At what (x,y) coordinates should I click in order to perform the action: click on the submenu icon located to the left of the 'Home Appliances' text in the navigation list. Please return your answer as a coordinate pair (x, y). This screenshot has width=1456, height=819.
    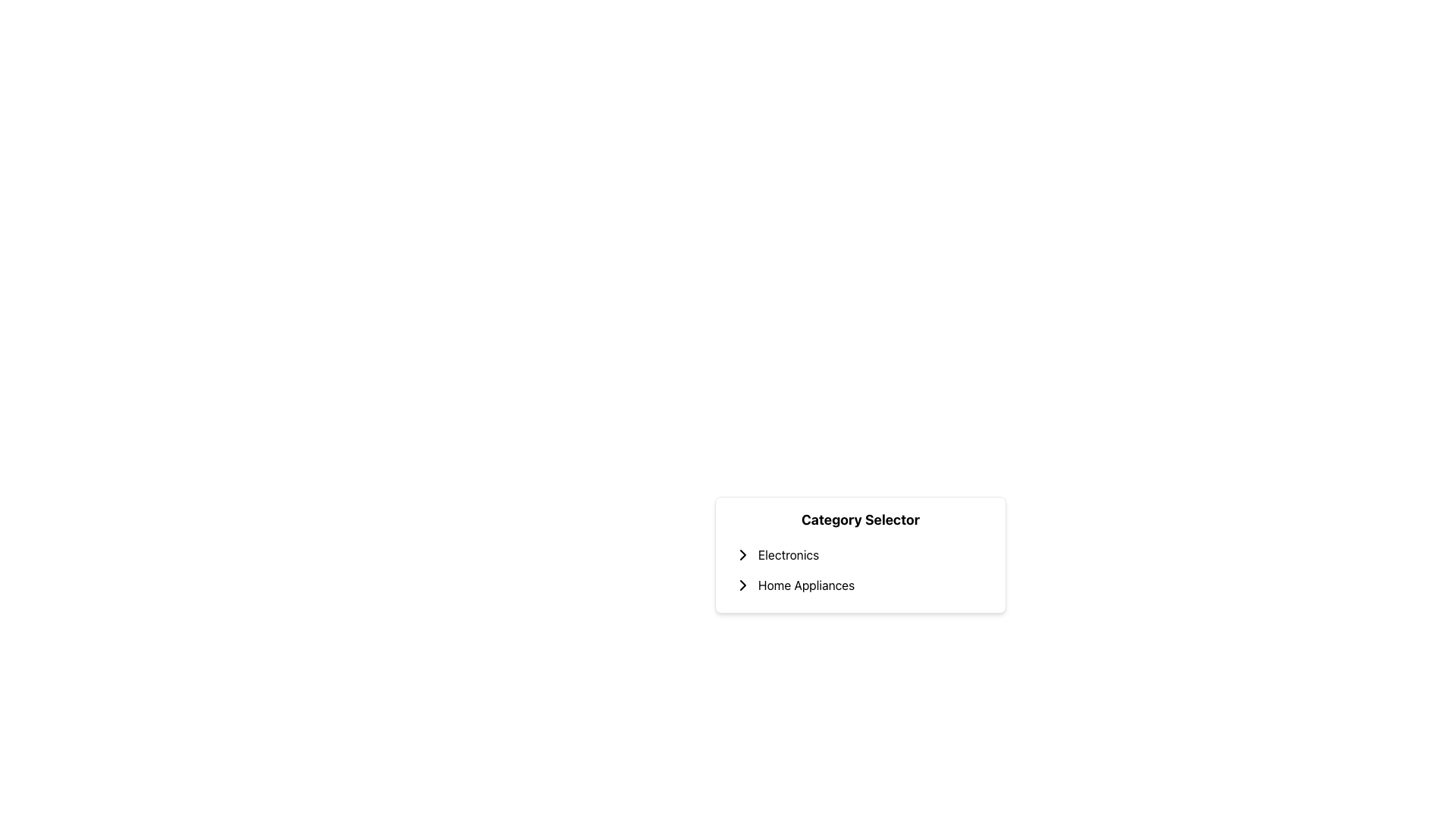
    Looking at the image, I should click on (742, 584).